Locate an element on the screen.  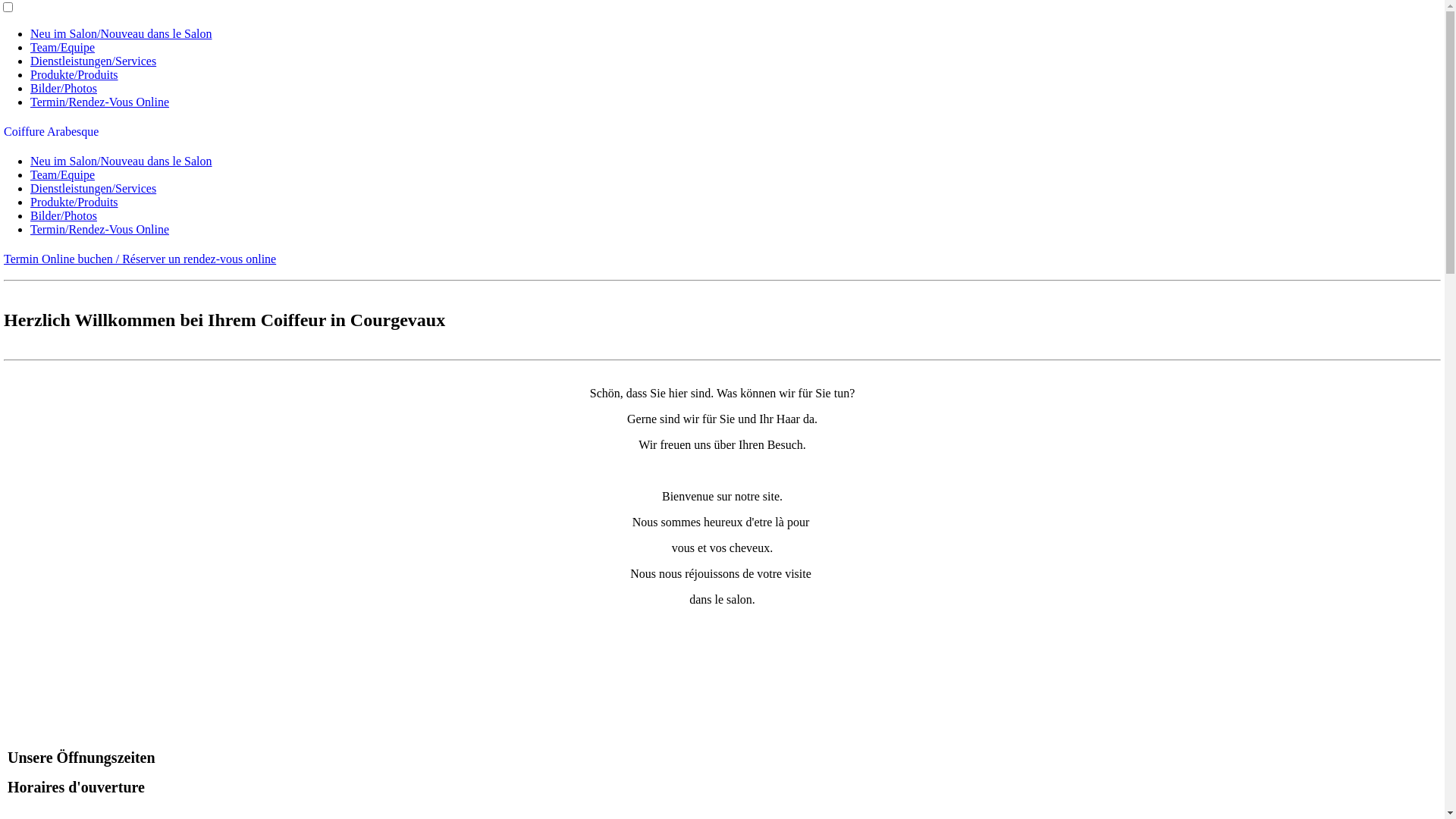
'Bilder/Photos' is located at coordinates (62, 215).